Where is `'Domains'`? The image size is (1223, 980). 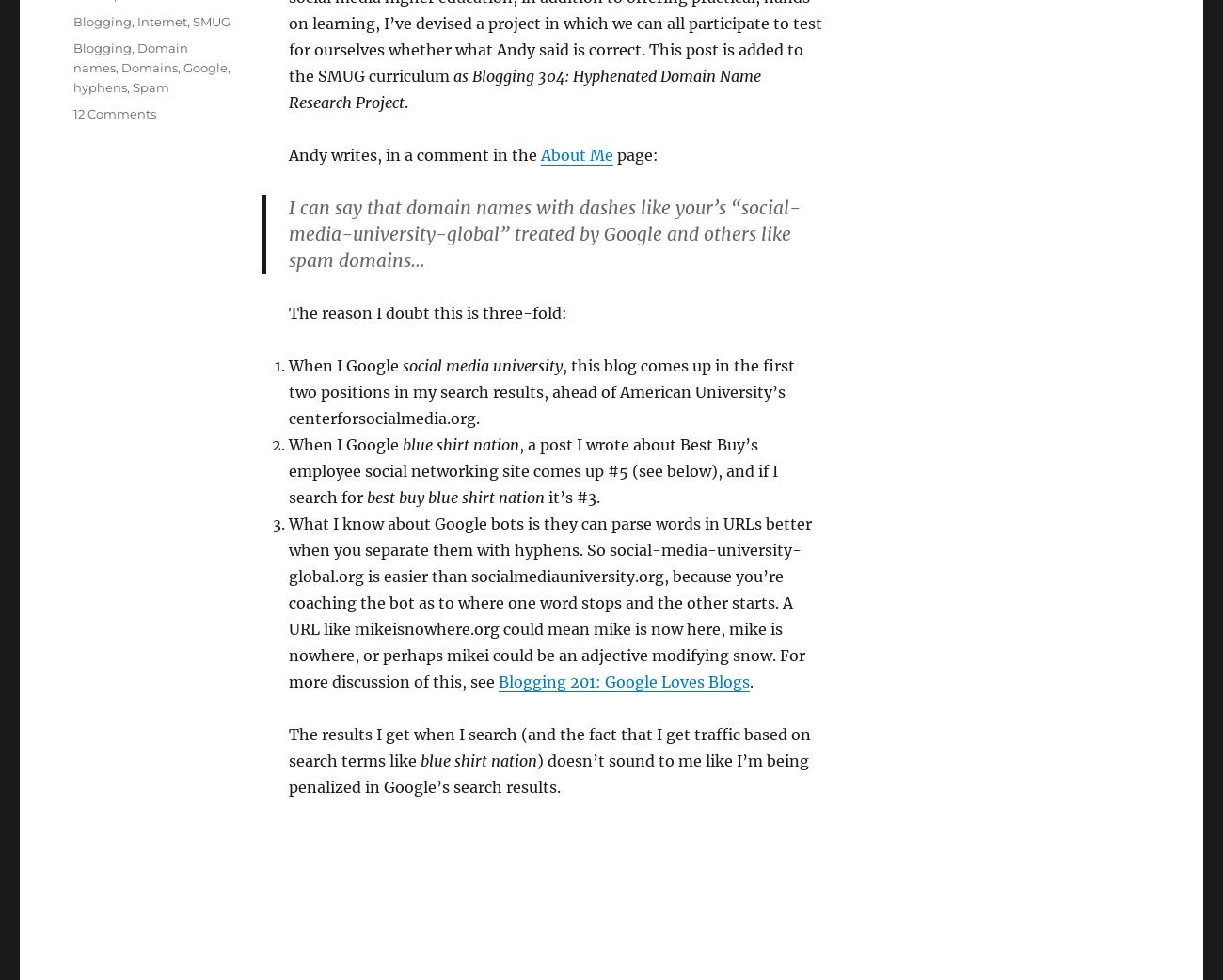
'Domains' is located at coordinates (148, 67).